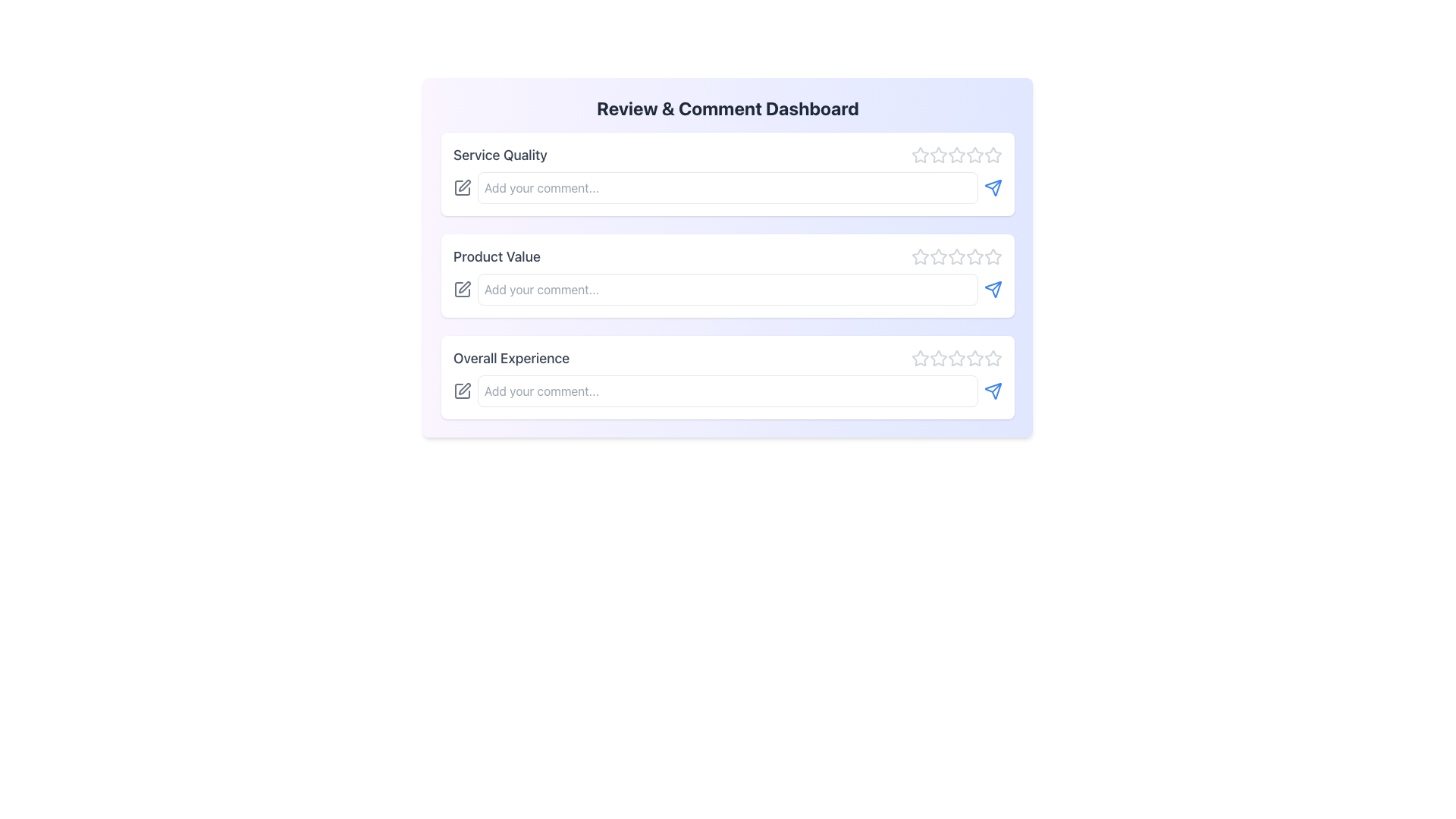 Image resolution: width=1456 pixels, height=819 pixels. I want to click on the small gray pen icon located to the left of the input box in the 'Service Quality' section, so click(461, 187).